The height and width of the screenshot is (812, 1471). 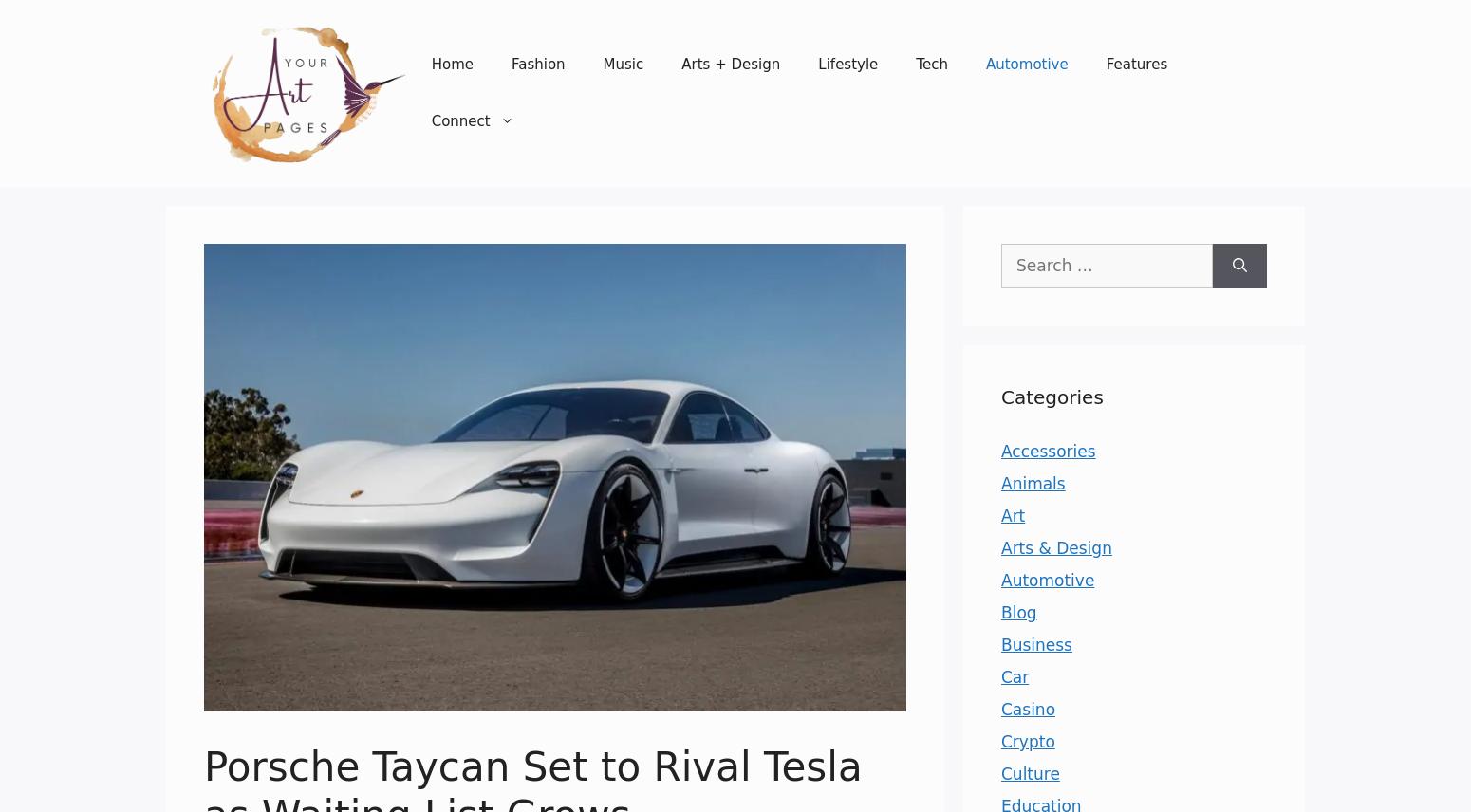 I want to click on 'Connect', so click(x=458, y=120).